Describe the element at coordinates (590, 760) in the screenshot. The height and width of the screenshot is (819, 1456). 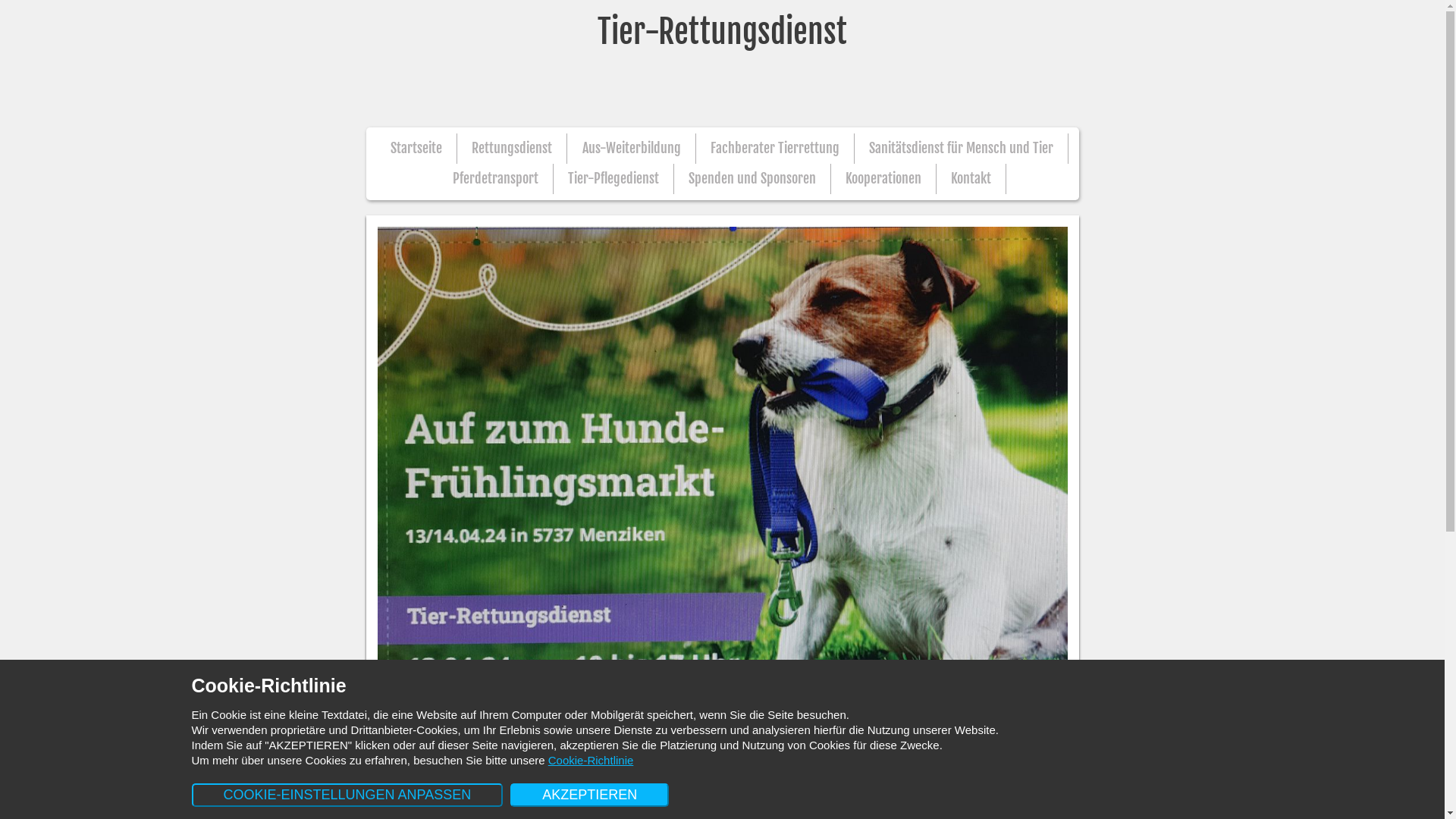
I see `'Cookie-Richtlinie'` at that location.